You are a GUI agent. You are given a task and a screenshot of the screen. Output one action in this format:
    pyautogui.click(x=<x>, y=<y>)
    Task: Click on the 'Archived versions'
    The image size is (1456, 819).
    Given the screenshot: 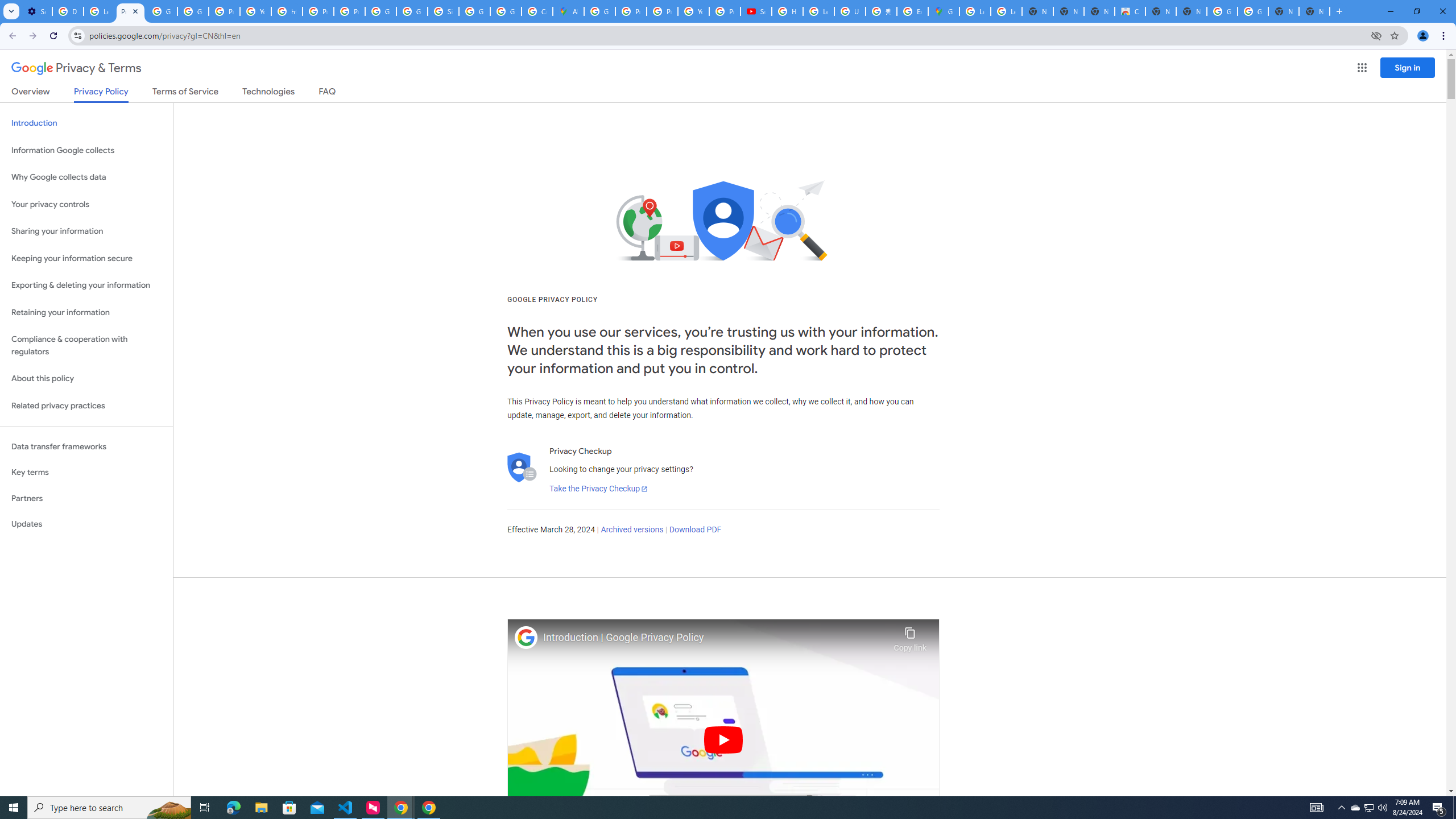 What is the action you would take?
    pyautogui.click(x=631, y=529)
    